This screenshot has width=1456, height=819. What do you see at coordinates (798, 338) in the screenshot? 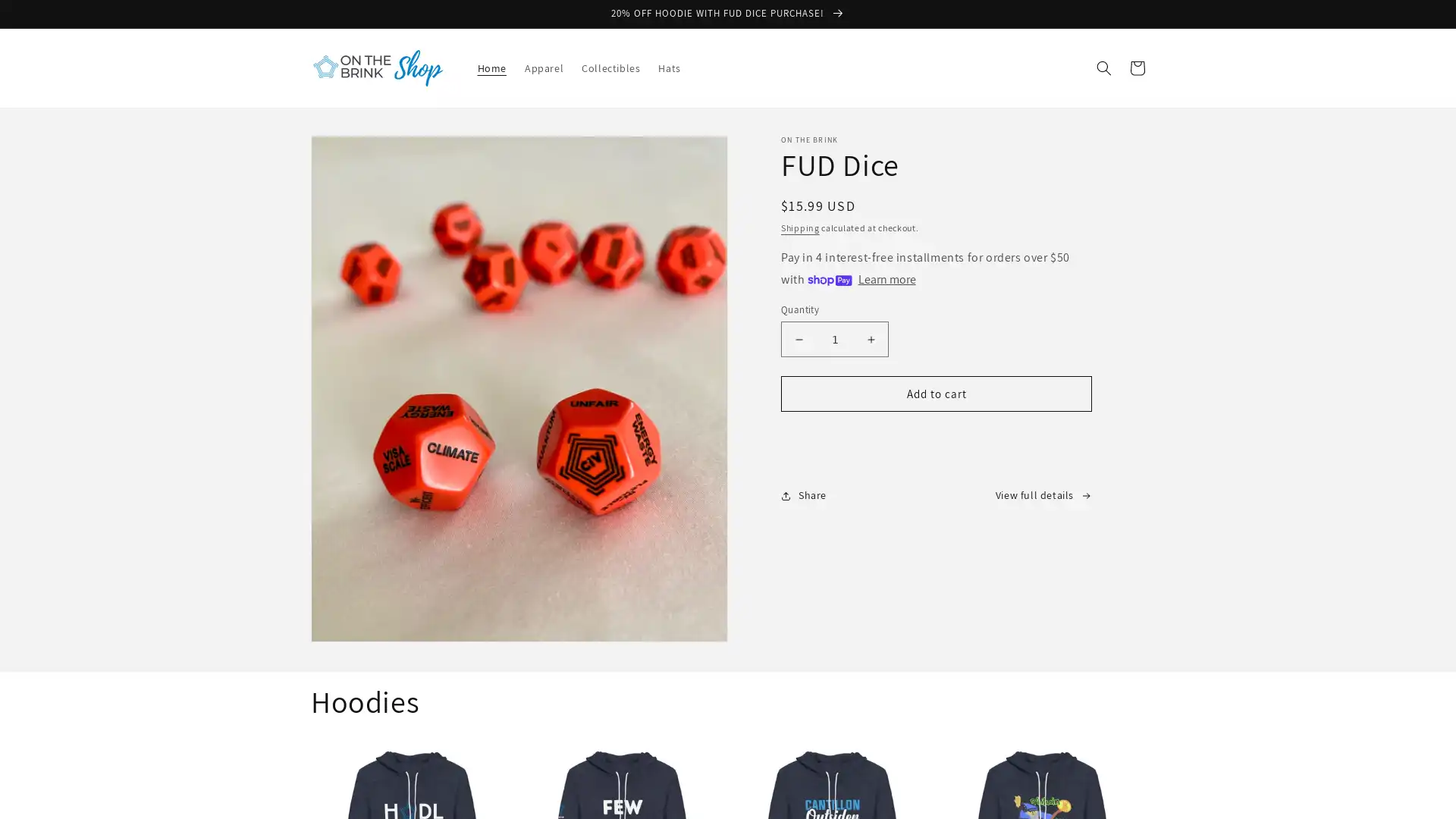
I see `Decrease quantity for FUD Dice` at bounding box center [798, 338].